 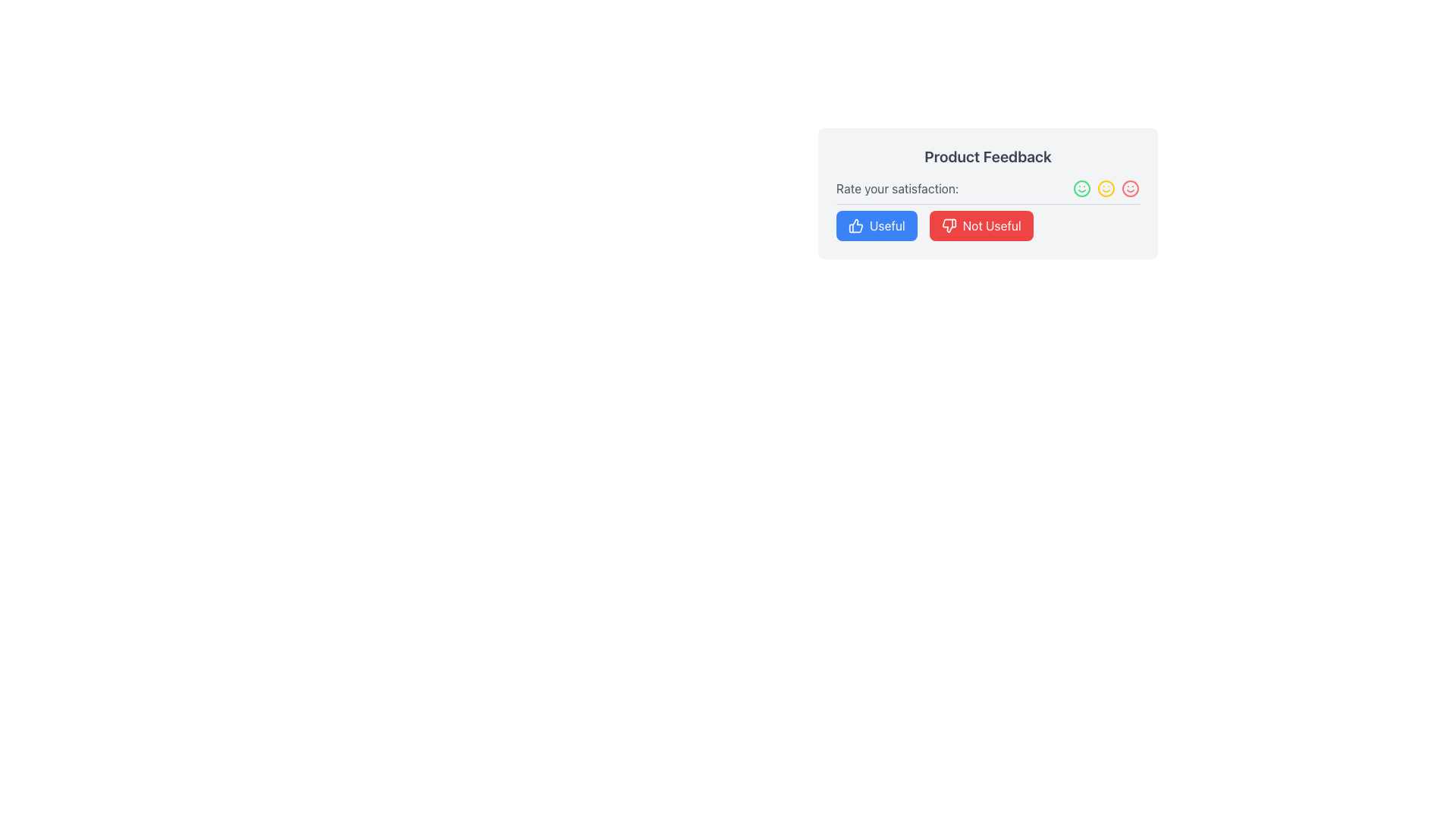 I want to click on the facial icons in the Rating prompt that displays 'Rate your satisfaction:' for context, so click(x=987, y=210).